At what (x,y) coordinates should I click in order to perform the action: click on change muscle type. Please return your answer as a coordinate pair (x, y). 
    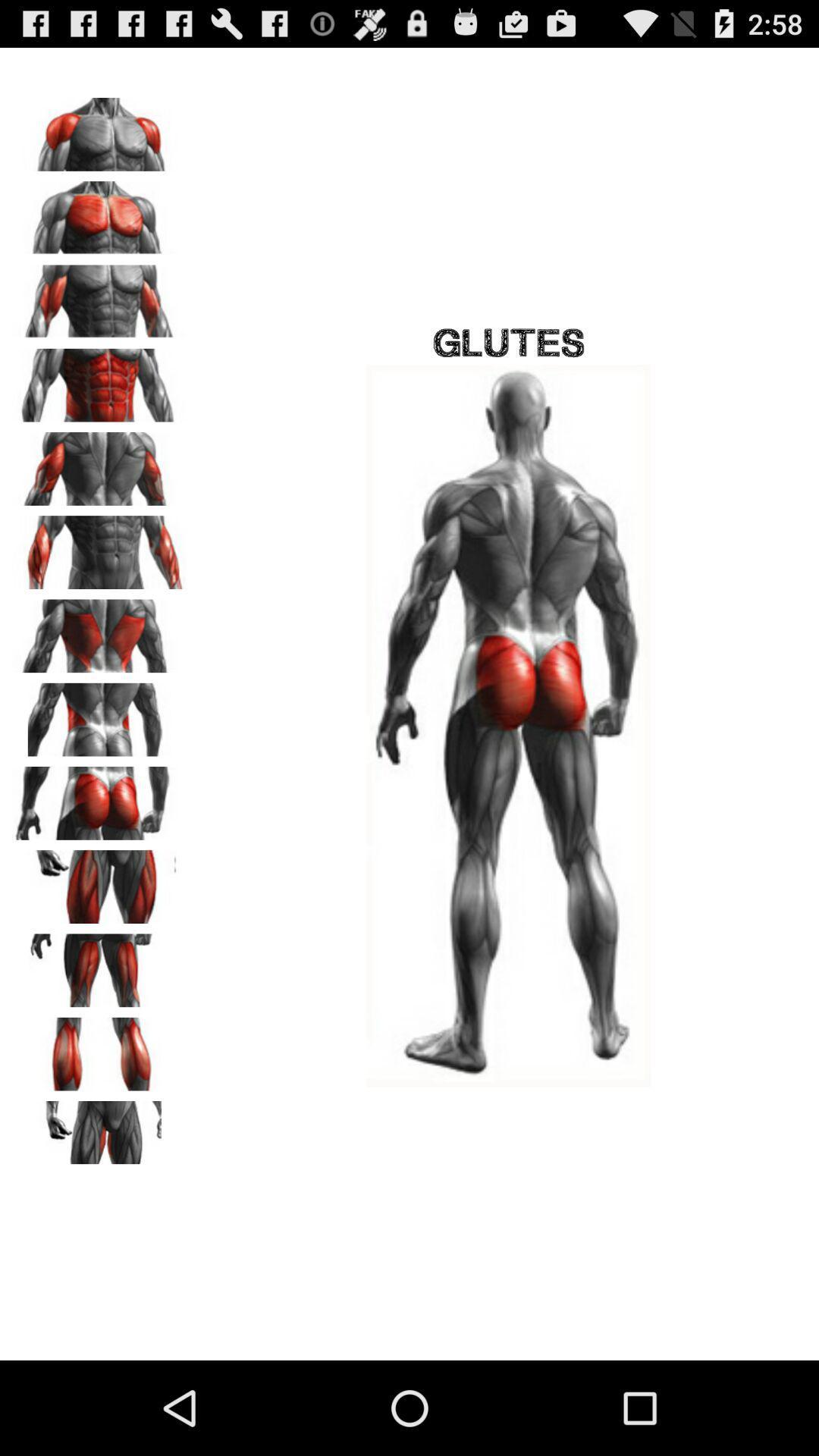
    Looking at the image, I should click on (99, 463).